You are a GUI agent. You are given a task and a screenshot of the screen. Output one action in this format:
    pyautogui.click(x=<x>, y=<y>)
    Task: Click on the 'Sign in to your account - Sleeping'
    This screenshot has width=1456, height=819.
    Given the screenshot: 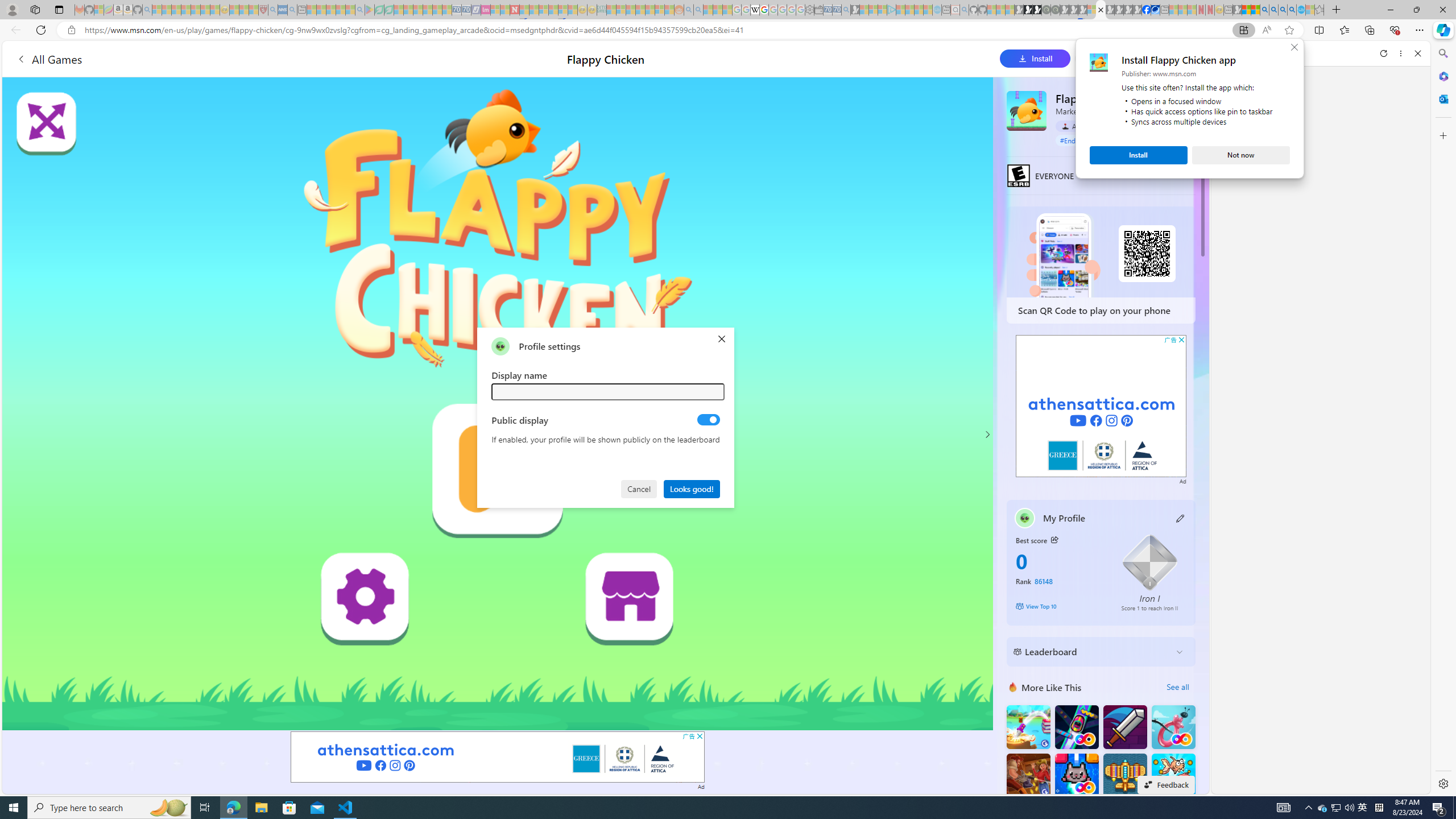 What is the action you would take?
    pyautogui.click(x=1090, y=9)
    